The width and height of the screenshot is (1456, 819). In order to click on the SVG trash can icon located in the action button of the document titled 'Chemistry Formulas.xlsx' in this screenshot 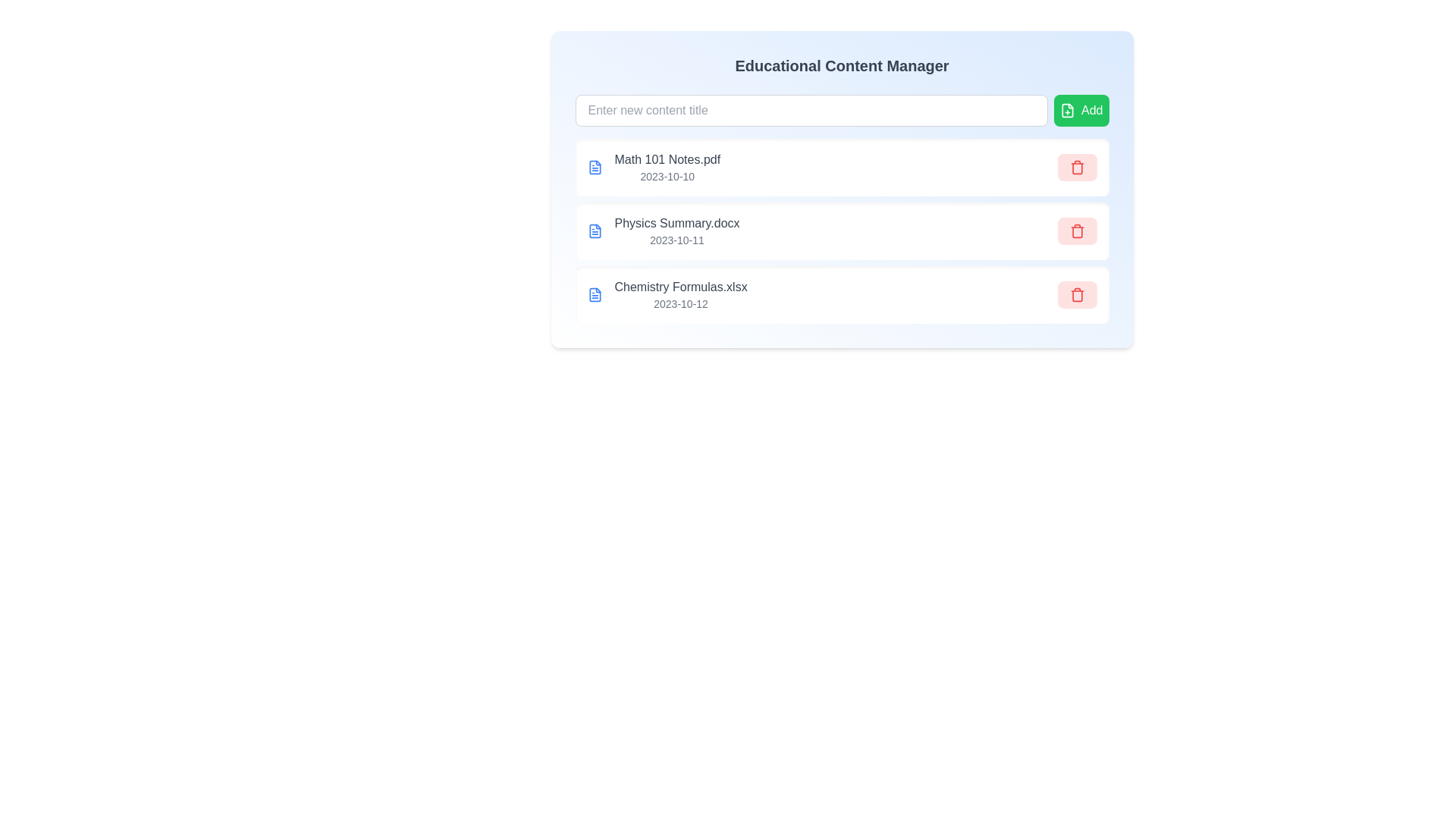, I will do `click(1076, 295)`.